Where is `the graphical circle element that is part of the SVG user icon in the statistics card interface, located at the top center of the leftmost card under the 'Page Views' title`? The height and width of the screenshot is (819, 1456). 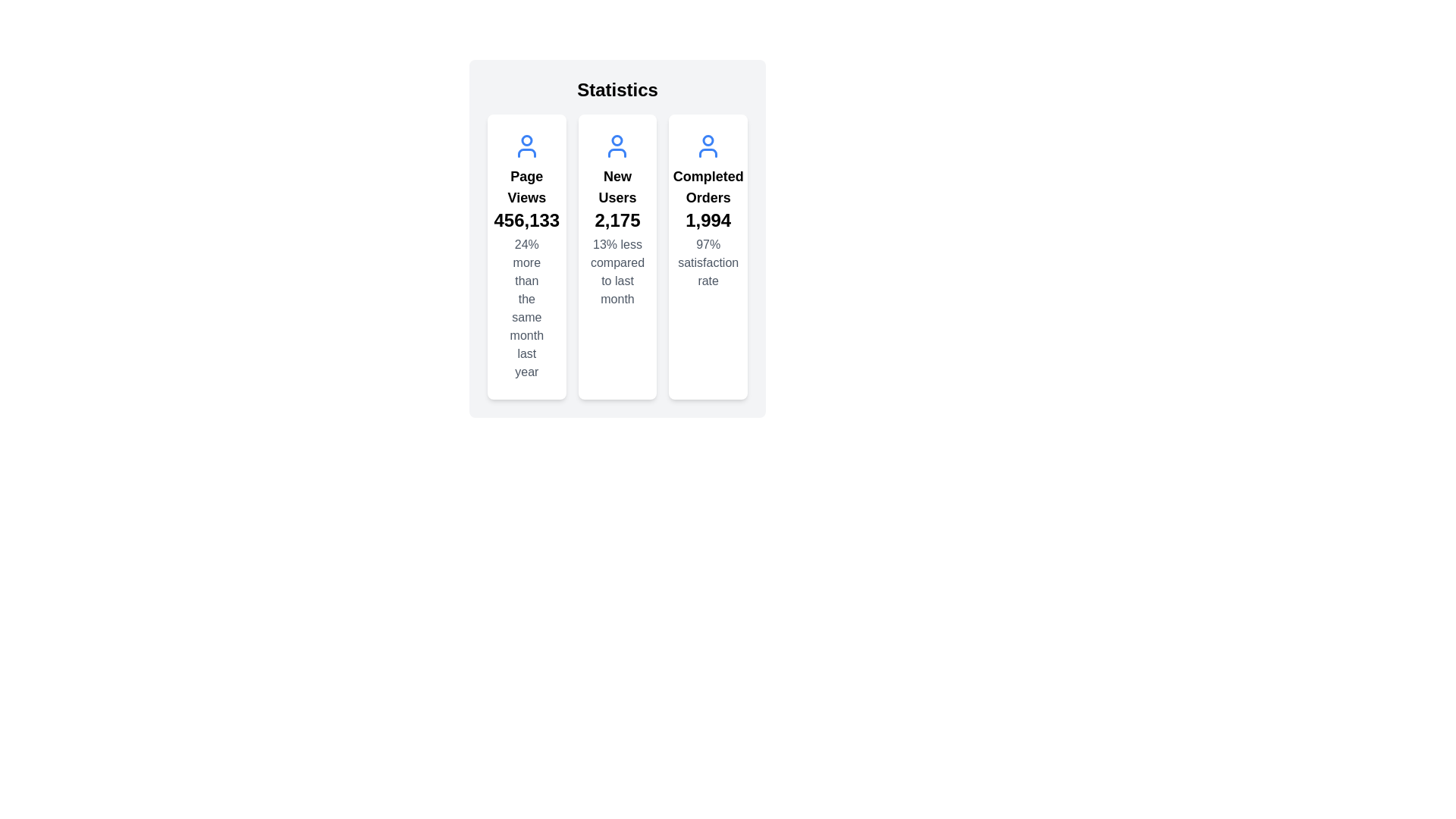
the graphical circle element that is part of the SVG user icon in the statistics card interface, located at the top center of the leftmost card under the 'Page Views' title is located at coordinates (526, 140).